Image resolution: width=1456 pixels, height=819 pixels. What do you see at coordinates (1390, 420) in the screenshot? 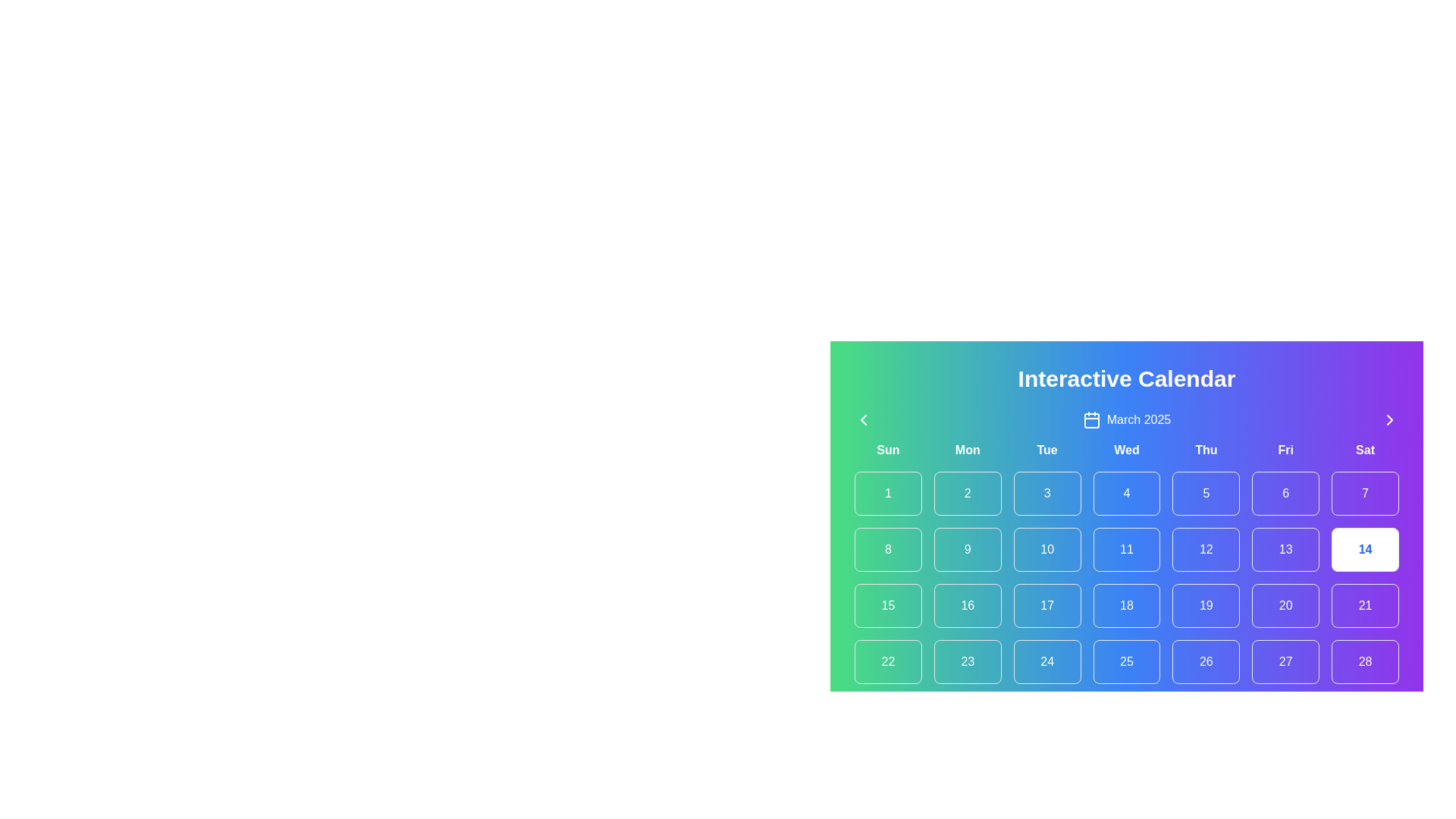
I see `the small right-pointing chevron arrow icon in the top-right corner of the calendar interface` at bounding box center [1390, 420].